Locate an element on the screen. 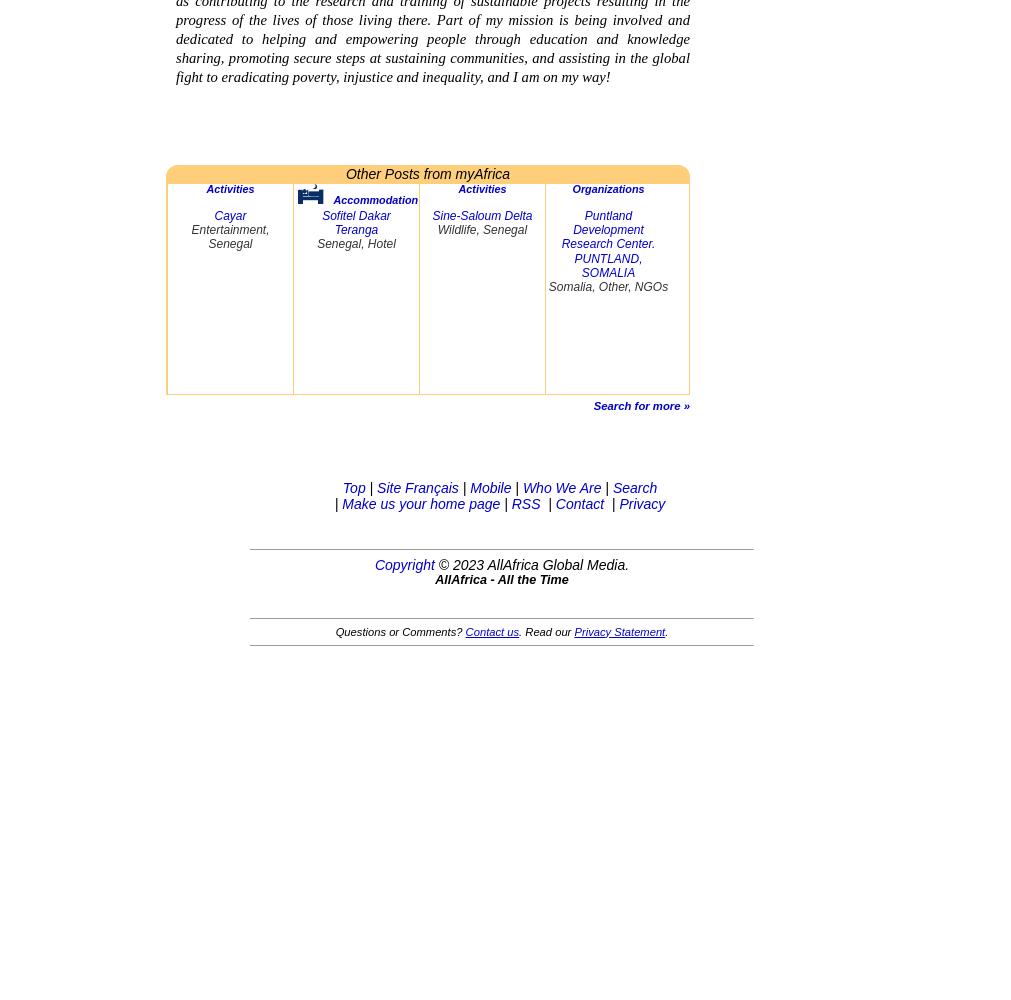  'Site Français' is located at coordinates (376, 486).